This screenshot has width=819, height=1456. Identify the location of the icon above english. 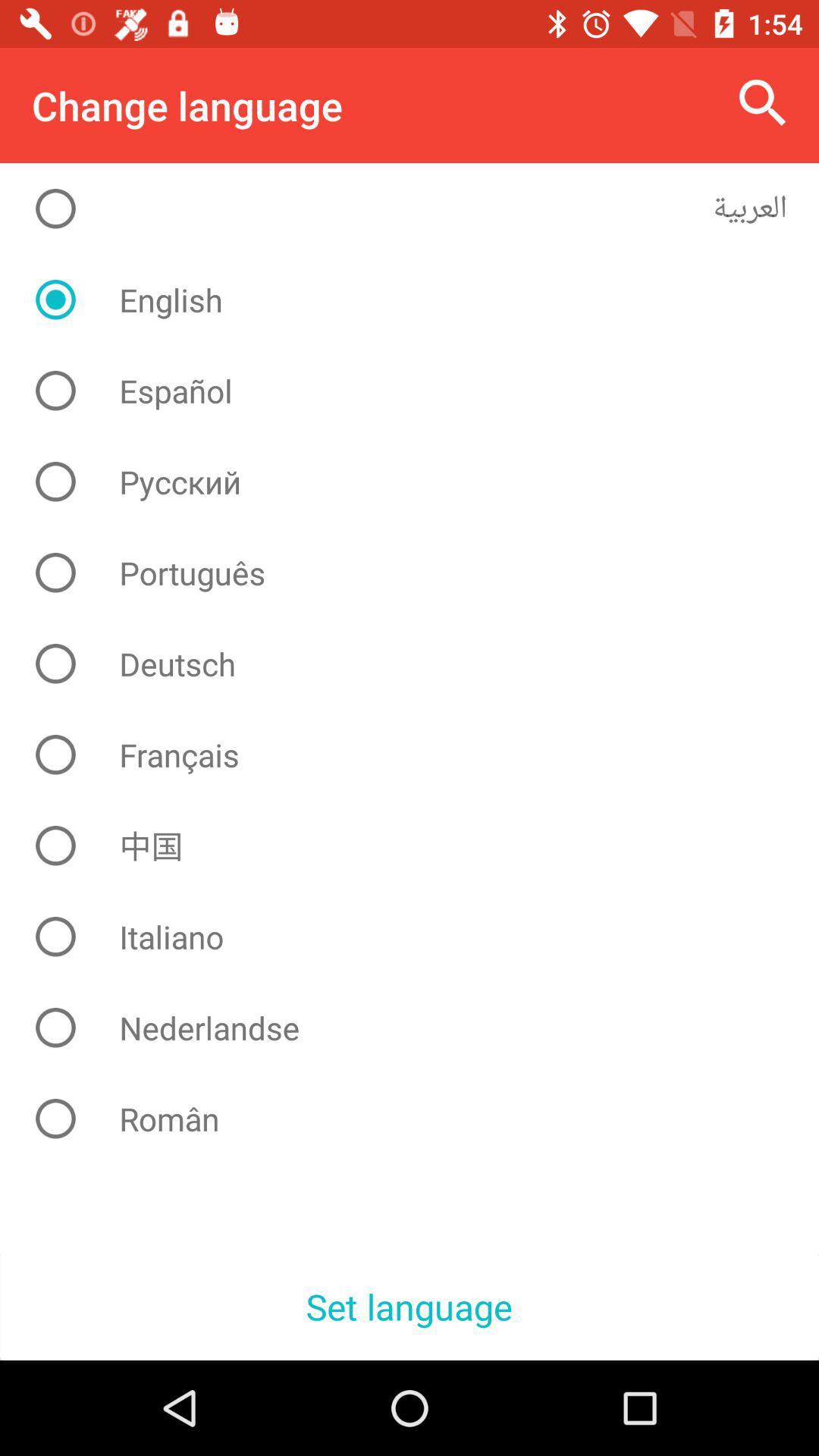
(421, 208).